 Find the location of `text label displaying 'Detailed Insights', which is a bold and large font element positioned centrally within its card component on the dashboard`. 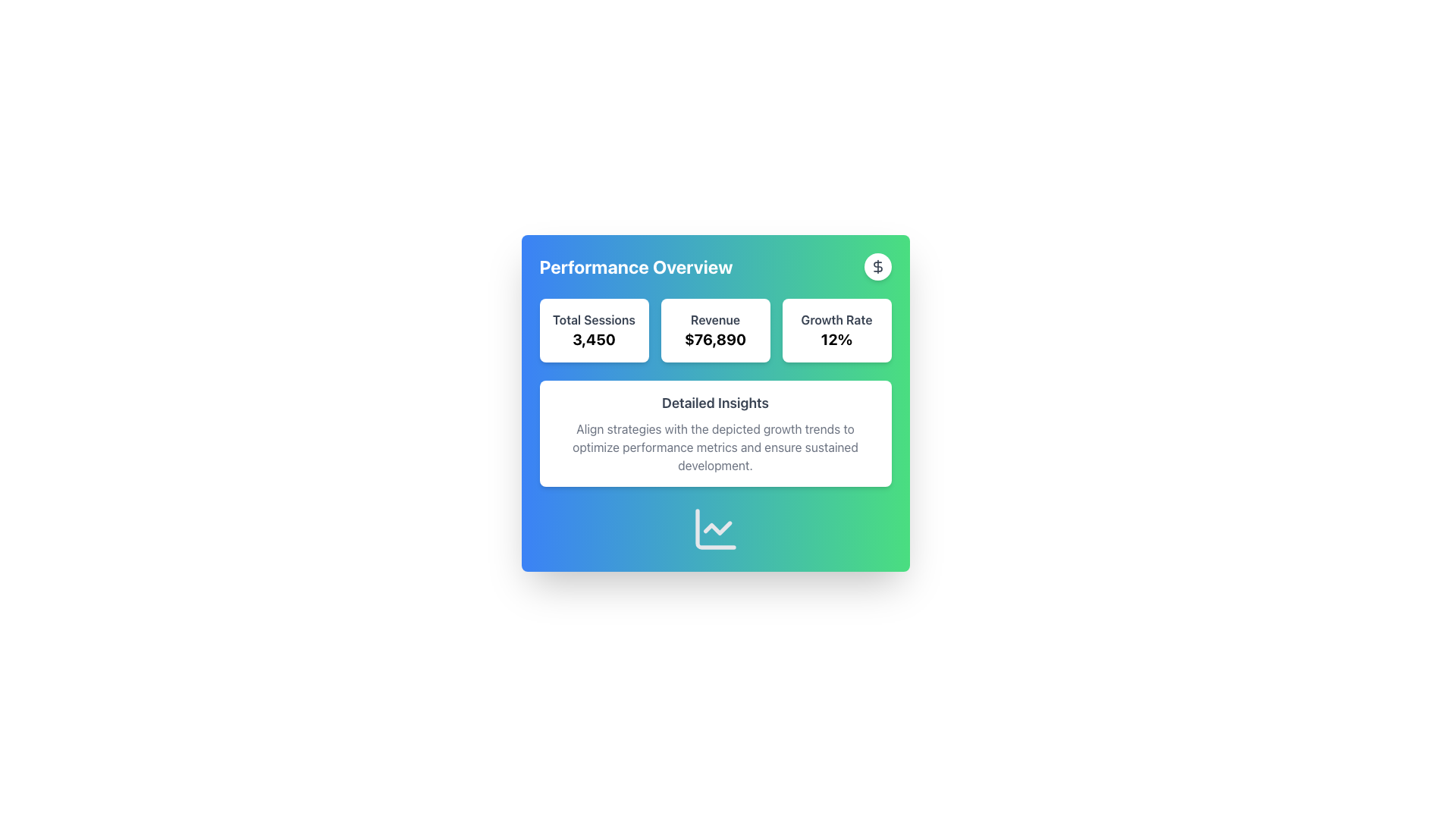

text label displaying 'Detailed Insights', which is a bold and large font element positioned centrally within its card component on the dashboard is located at coordinates (714, 403).